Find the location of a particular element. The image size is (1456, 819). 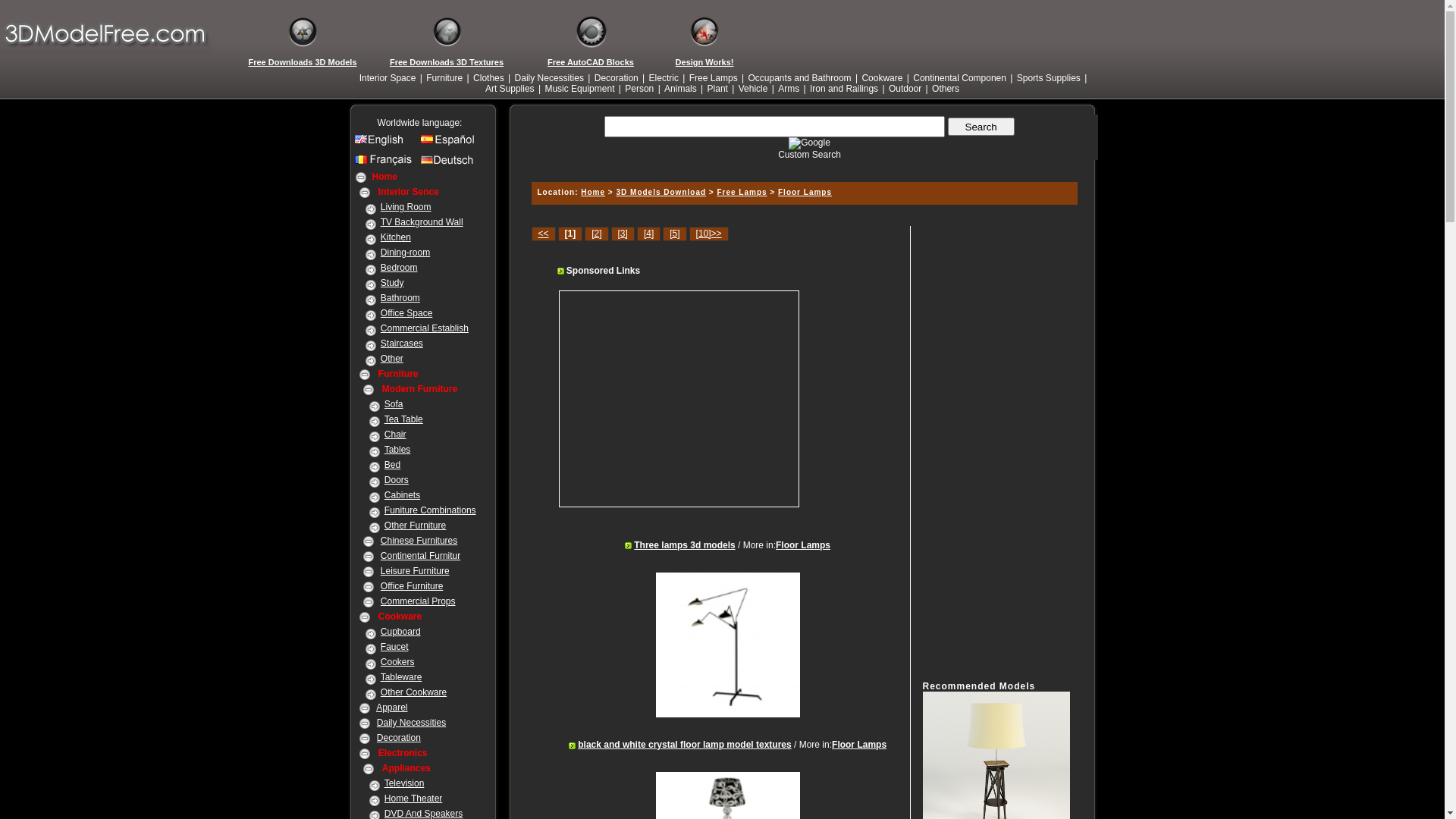

'Leisure Furniture' is located at coordinates (381, 570).